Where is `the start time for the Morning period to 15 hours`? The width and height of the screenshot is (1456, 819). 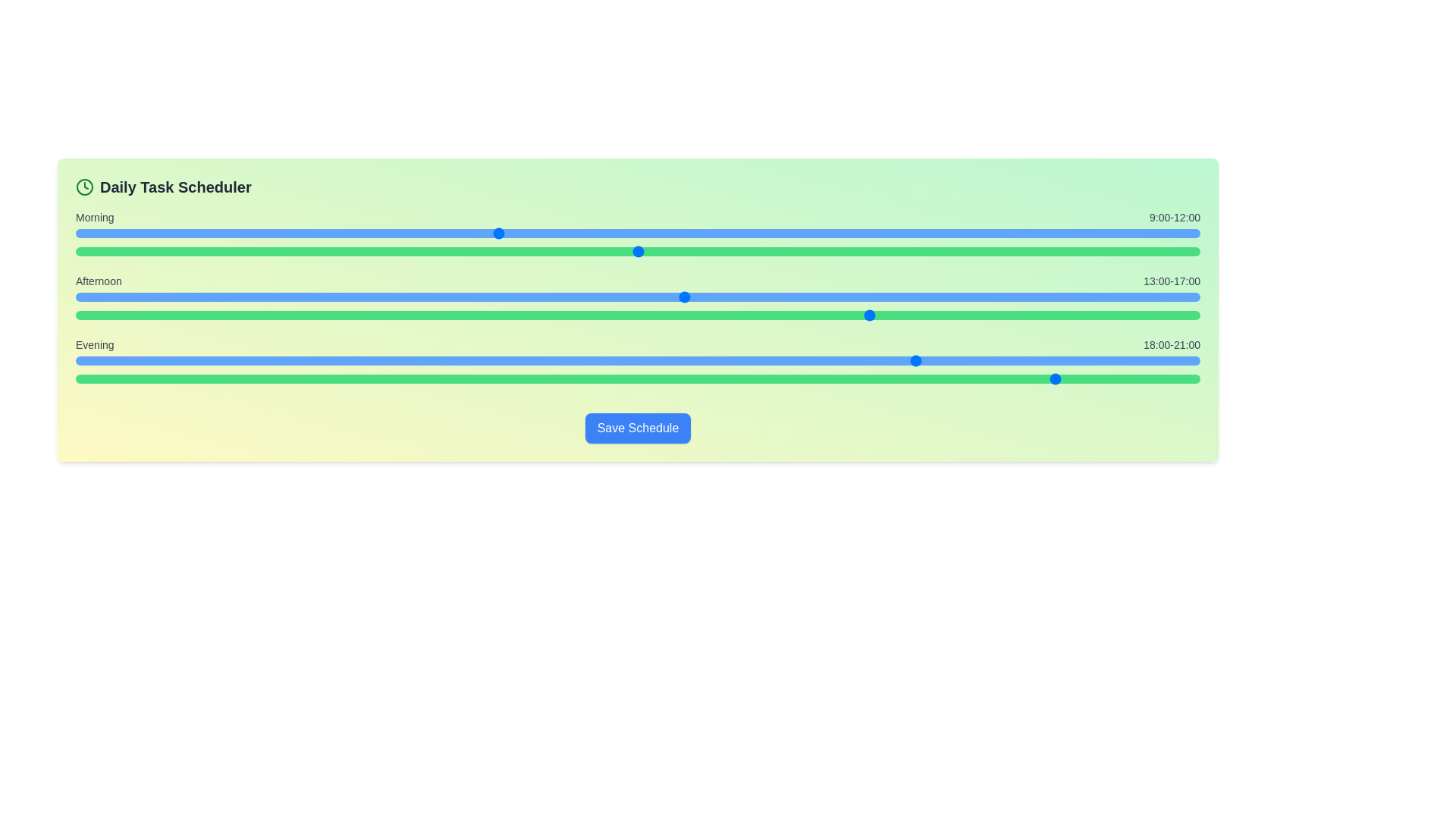 the start time for the Morning period to 15 hours is located at coordinates (778, 234).